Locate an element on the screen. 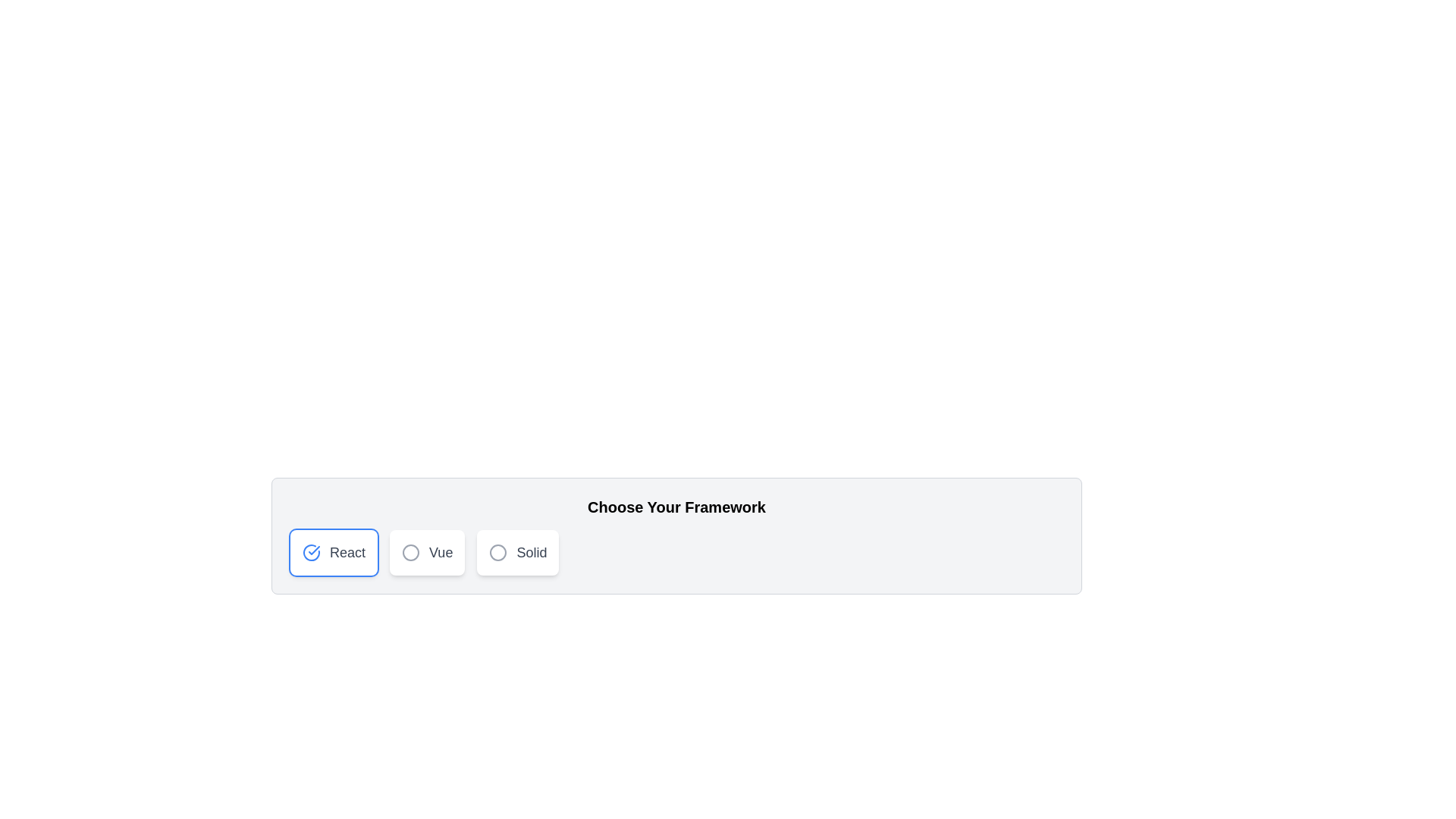  the 'React' button, which is a rectangular component with a white background and a blue checkmark icon is located at coordinates (333, 553).